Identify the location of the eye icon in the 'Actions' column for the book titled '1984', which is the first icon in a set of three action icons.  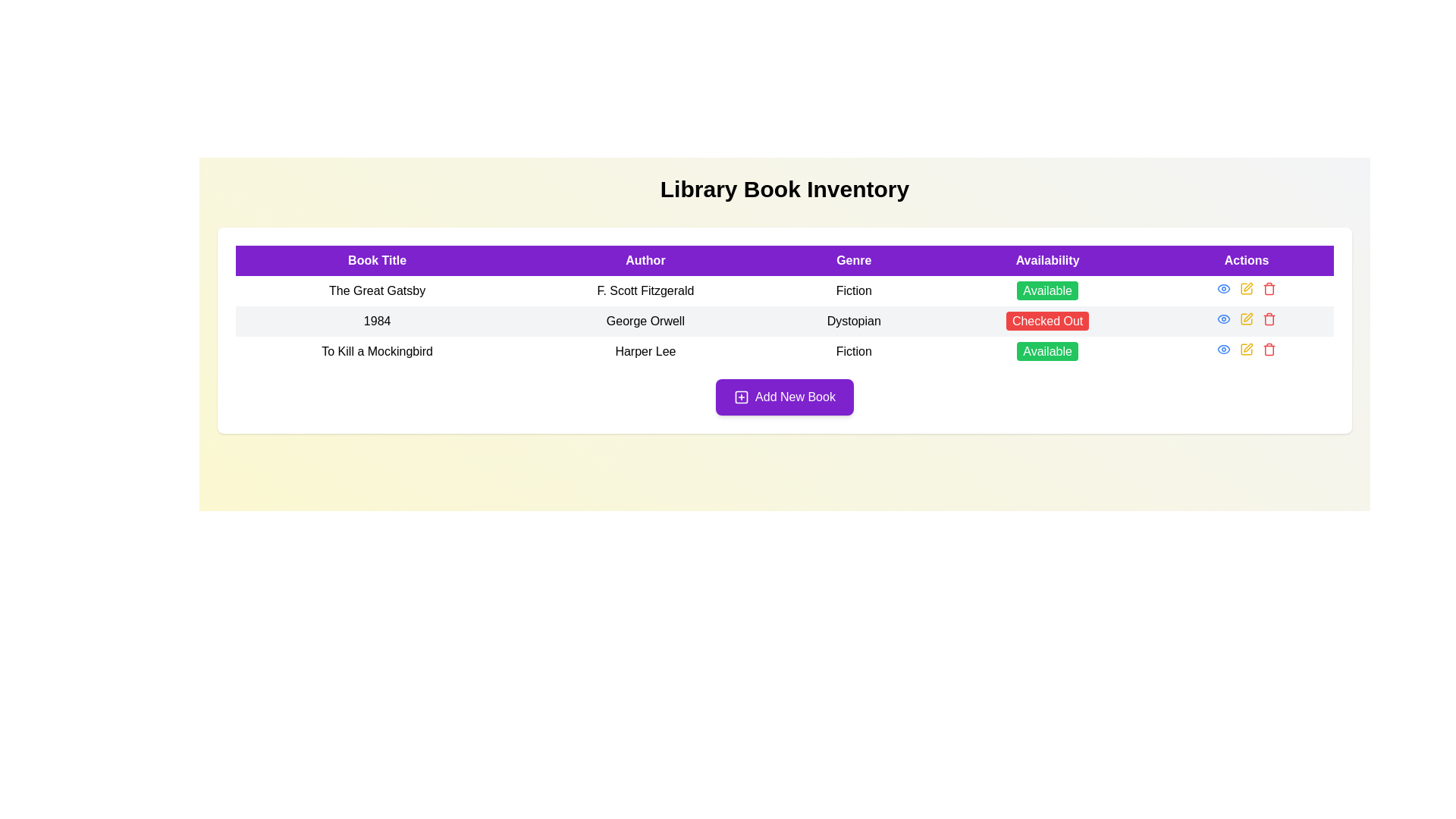
(1224, 289).